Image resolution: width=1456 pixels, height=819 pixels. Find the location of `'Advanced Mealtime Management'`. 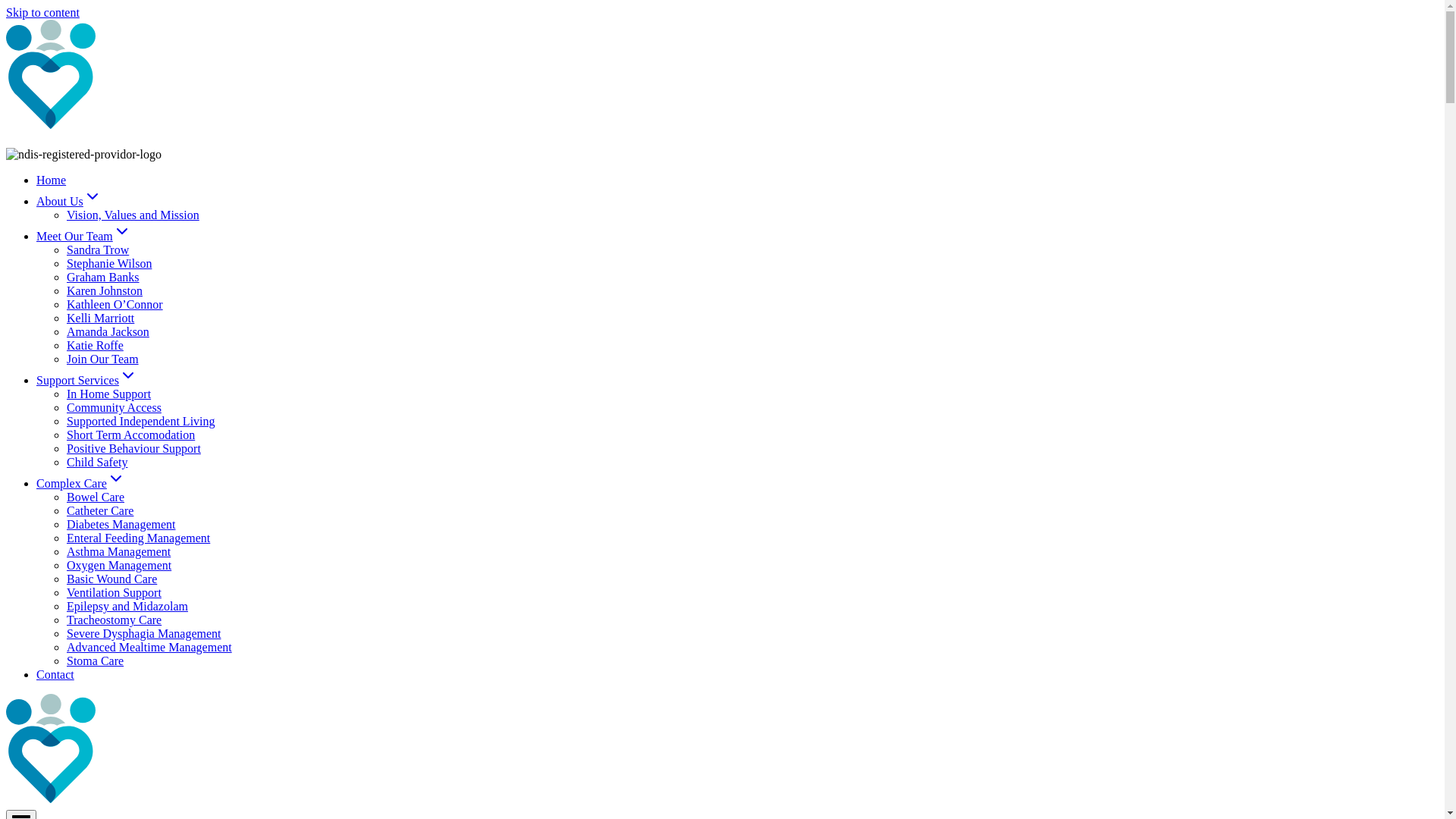

'Advanced Mealtime Management' is located at coordinates (149, 647).